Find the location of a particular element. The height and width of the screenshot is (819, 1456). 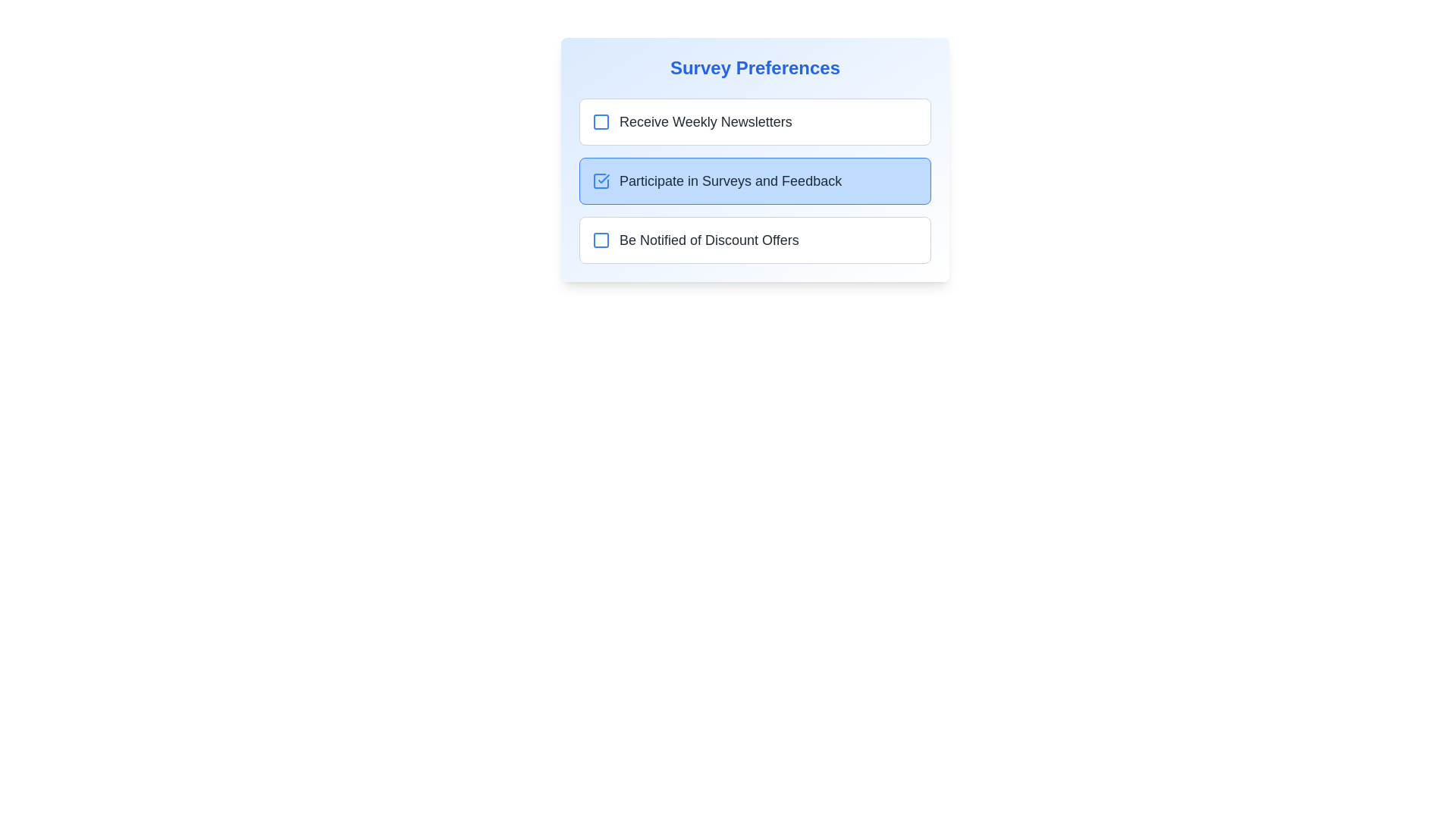

the selectable option card with a checkbox for survey participation preference located in the 'Survey Preferences' section, which is the second item in the list is located at coordinates (755, 180).